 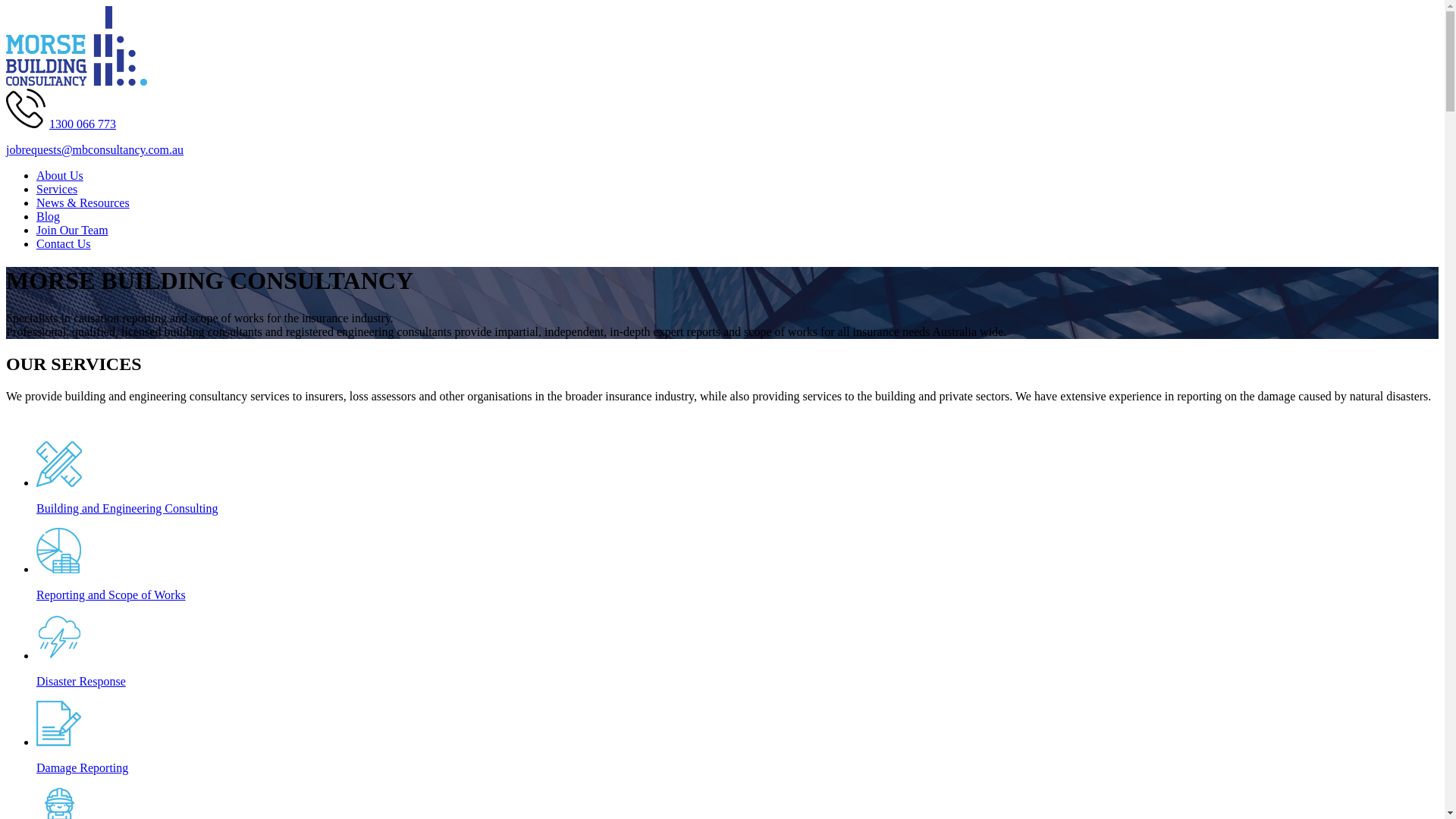 I want to click on 'Building and Engineering Consulting', so click(x=737, y=496).